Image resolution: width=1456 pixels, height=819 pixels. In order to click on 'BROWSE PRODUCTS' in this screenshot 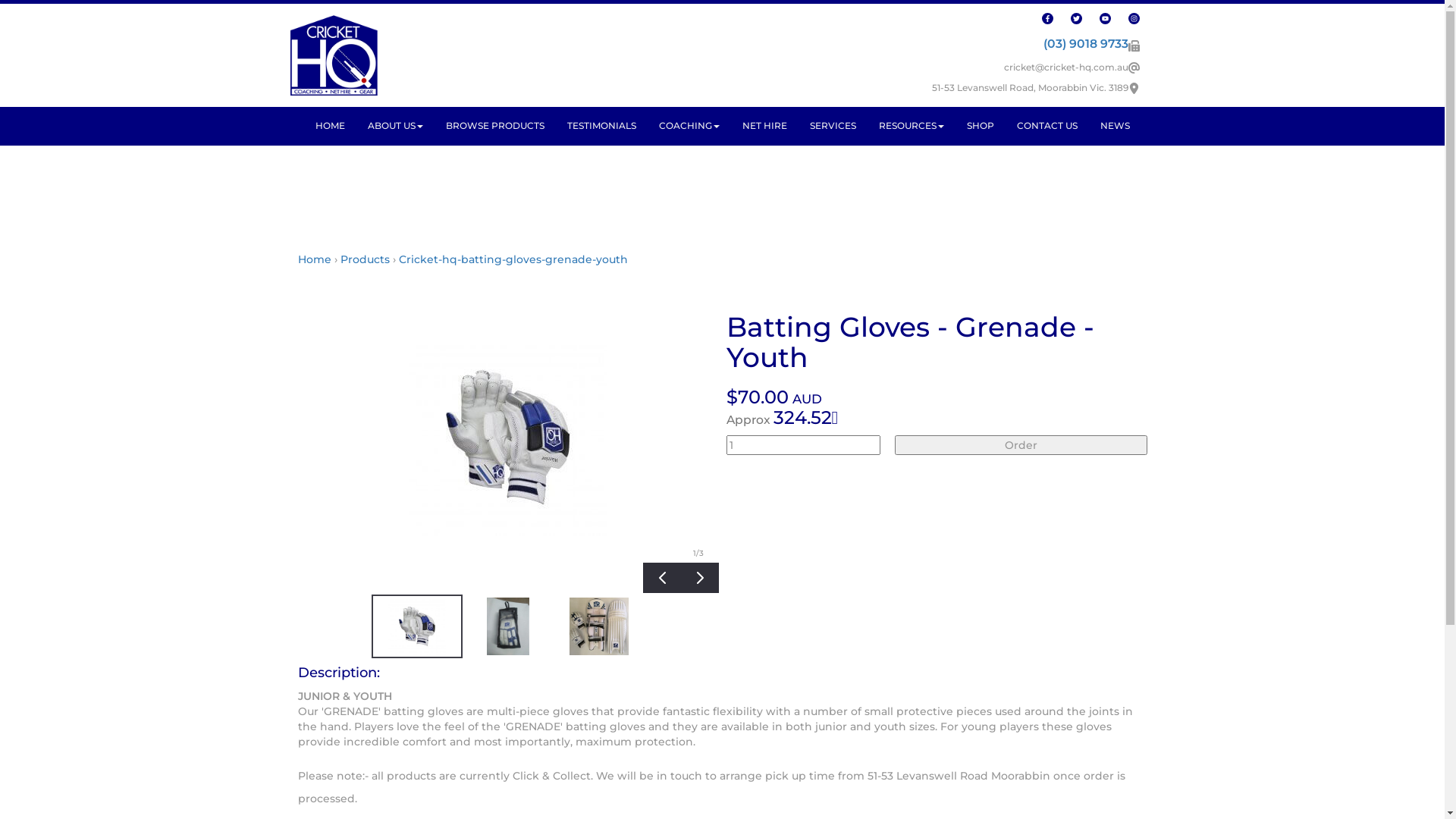, I will do `click(494, 124)`.